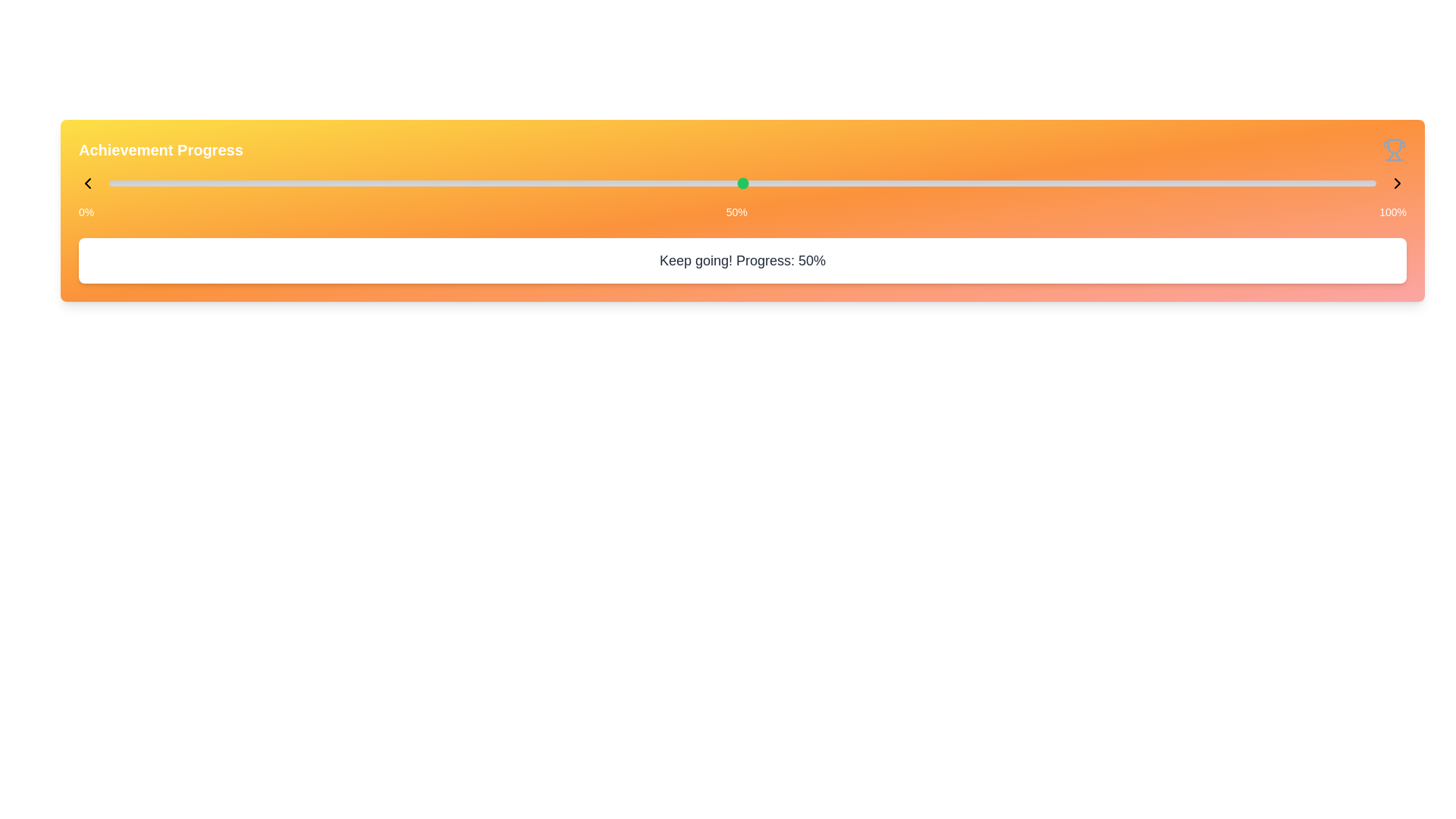 The image size is (1456, 819). I want to click on the text label that indicates full completion of the progress bar, located at the rightmost end of the progress bar, so click(1393, 212).